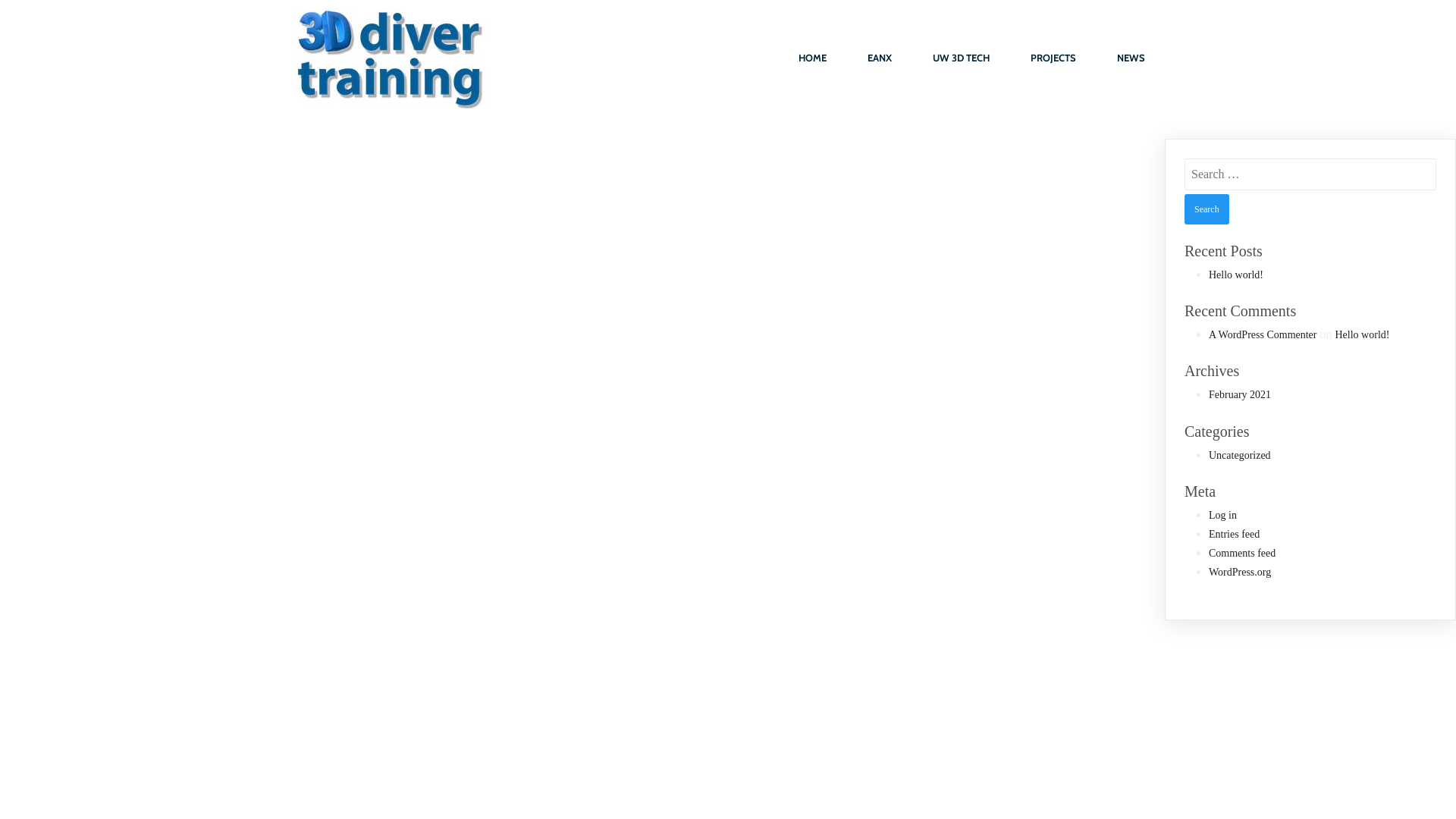 The width and height of the screenshot is (1456, 819). Describe the element at coordinates (1263, 334) in the screenshot. I see `'A WordPress Commenter'` at that location.